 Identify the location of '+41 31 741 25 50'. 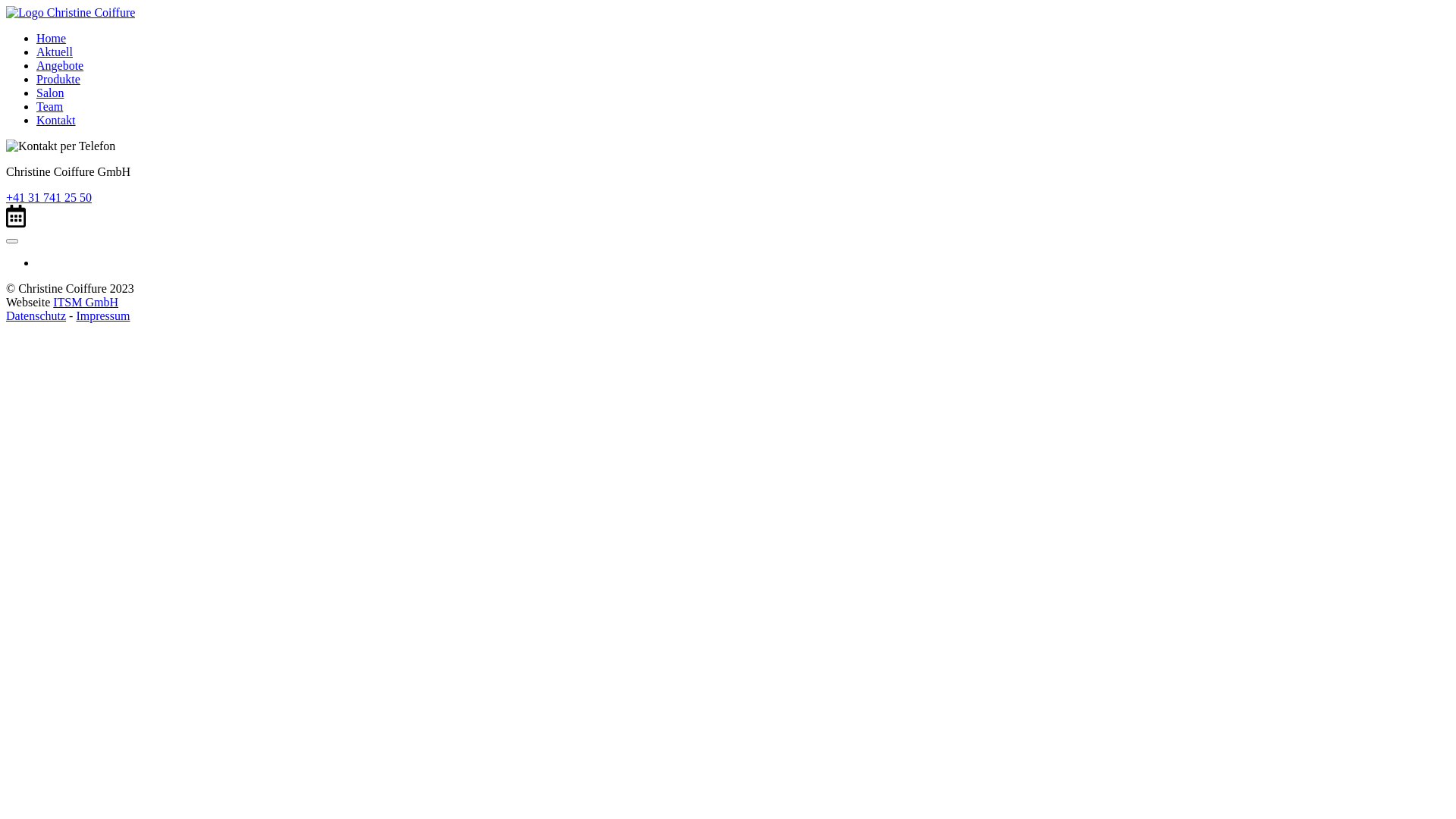
(49, 196).